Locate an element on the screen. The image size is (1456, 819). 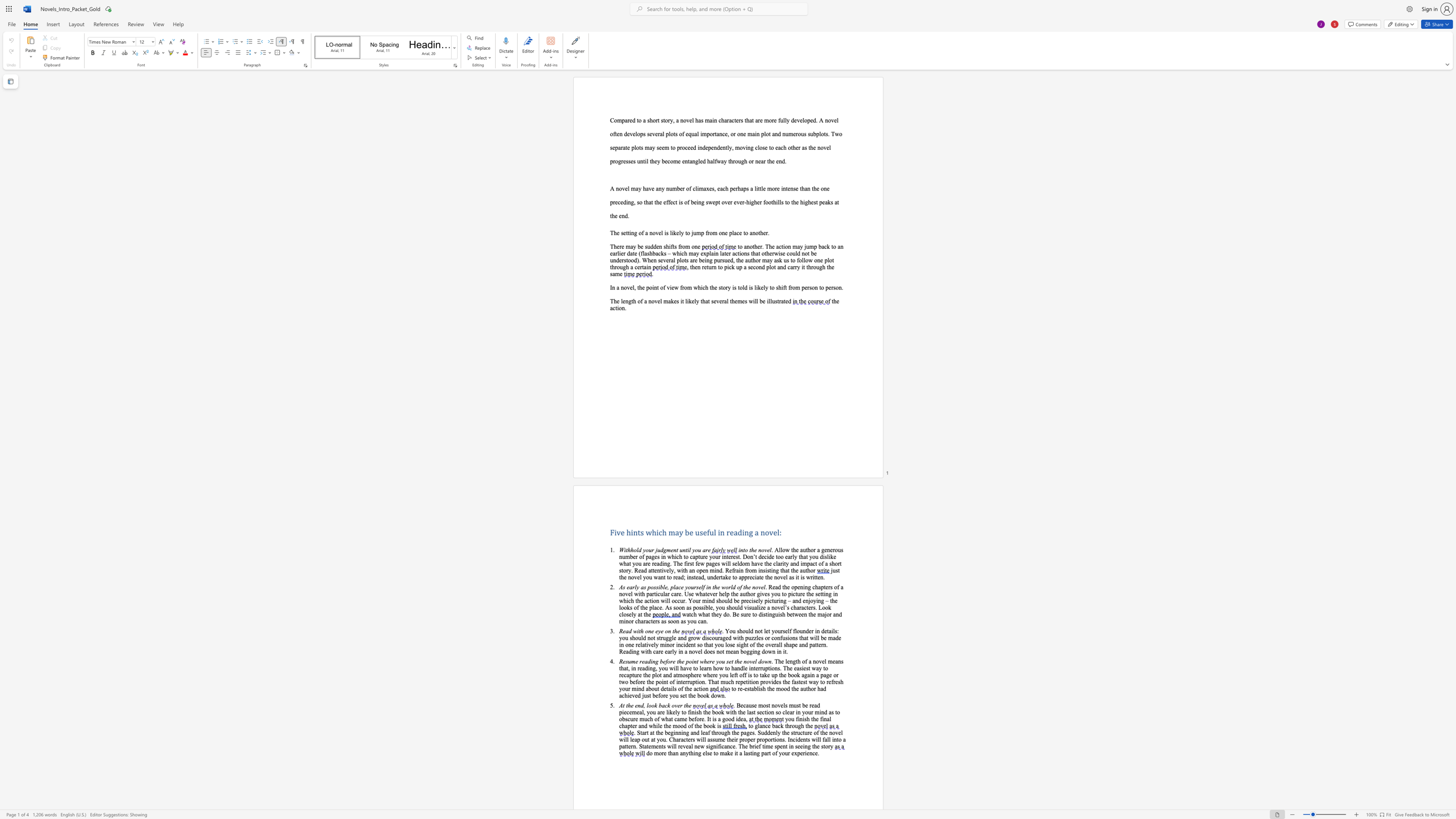
the subset text "e useful in reading" within the text "Five hints which may be useful in reading a novel:" is located at coordinates (689, 532).